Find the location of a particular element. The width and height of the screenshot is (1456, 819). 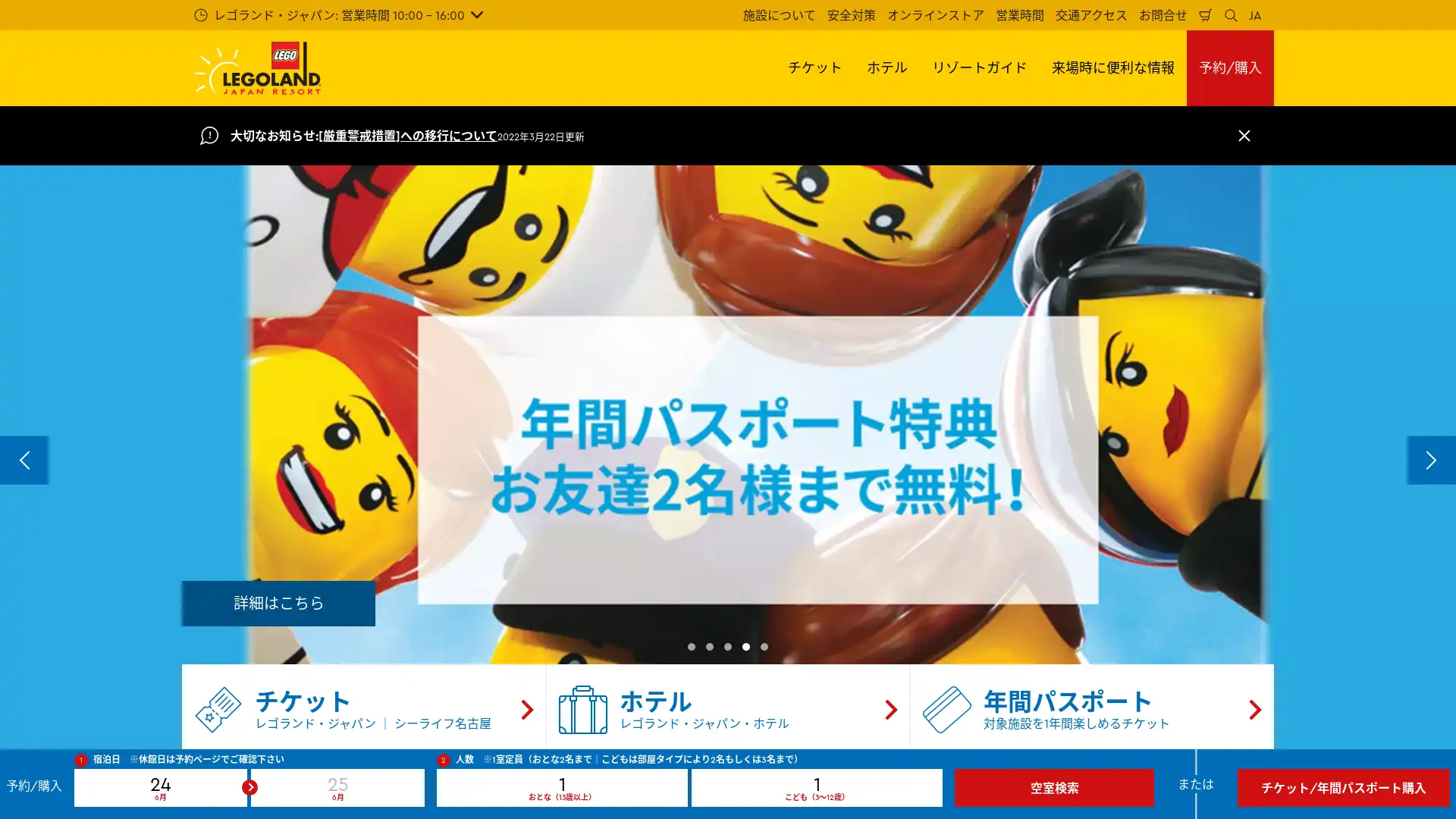

Go to slide 3 is located at coordinates (728, 646).